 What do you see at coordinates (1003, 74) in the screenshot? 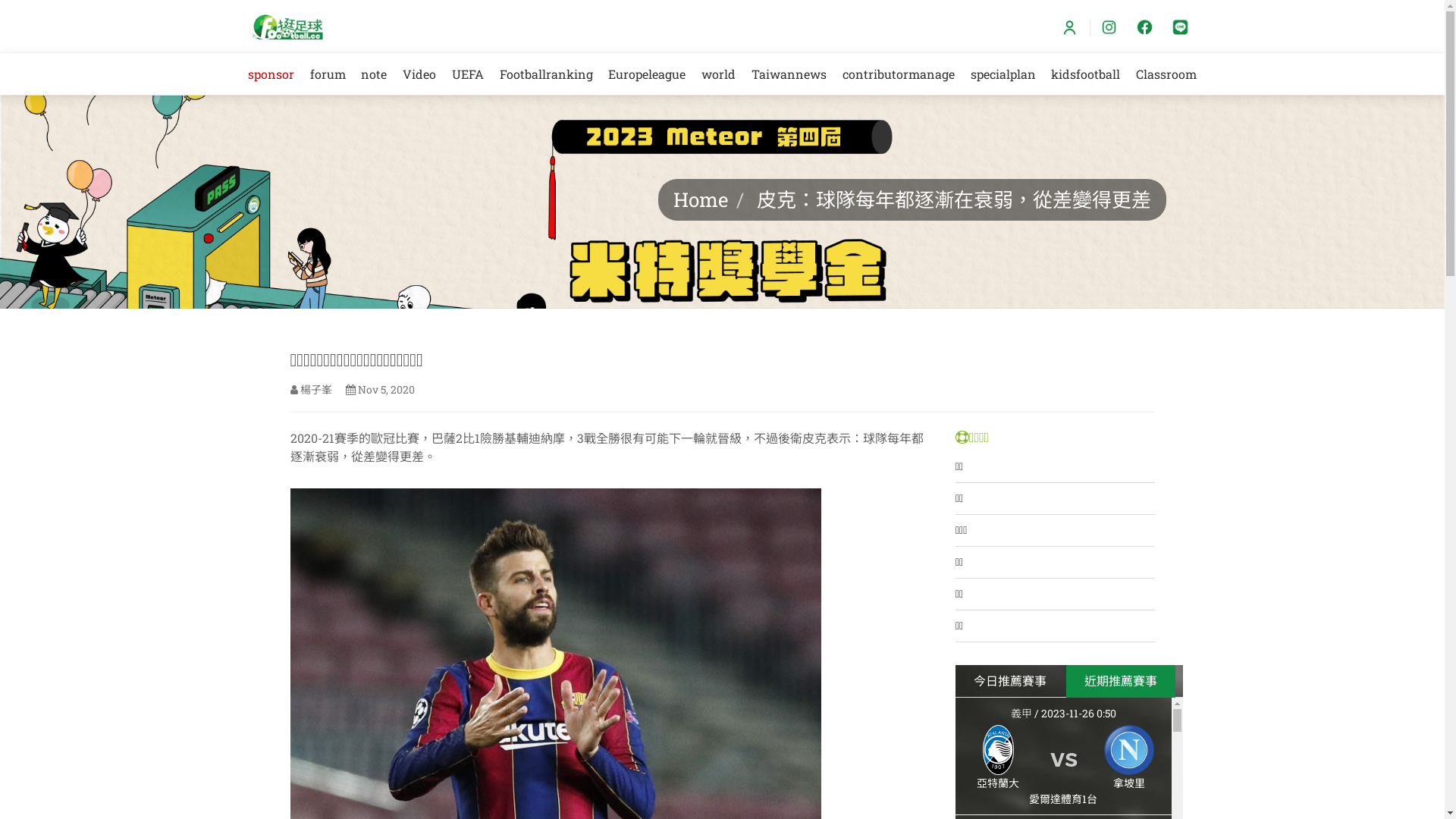
I see `'specialplan'` at bounding box center [1003, 74].